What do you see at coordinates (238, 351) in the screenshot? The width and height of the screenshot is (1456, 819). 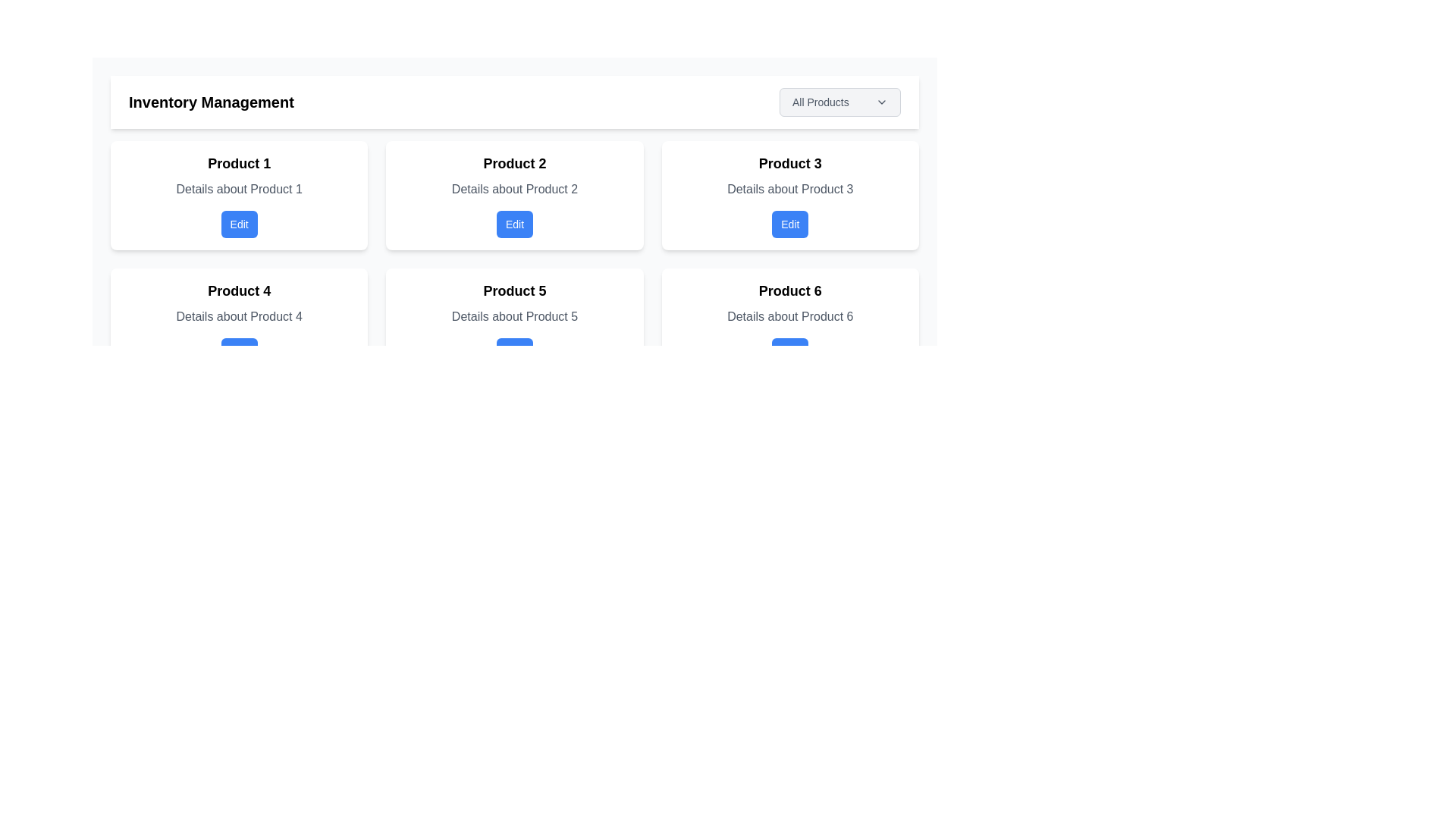 I see `the actionable button below 'Product 4' to initiate editing for Product 4` at bounding box center [238, 351].